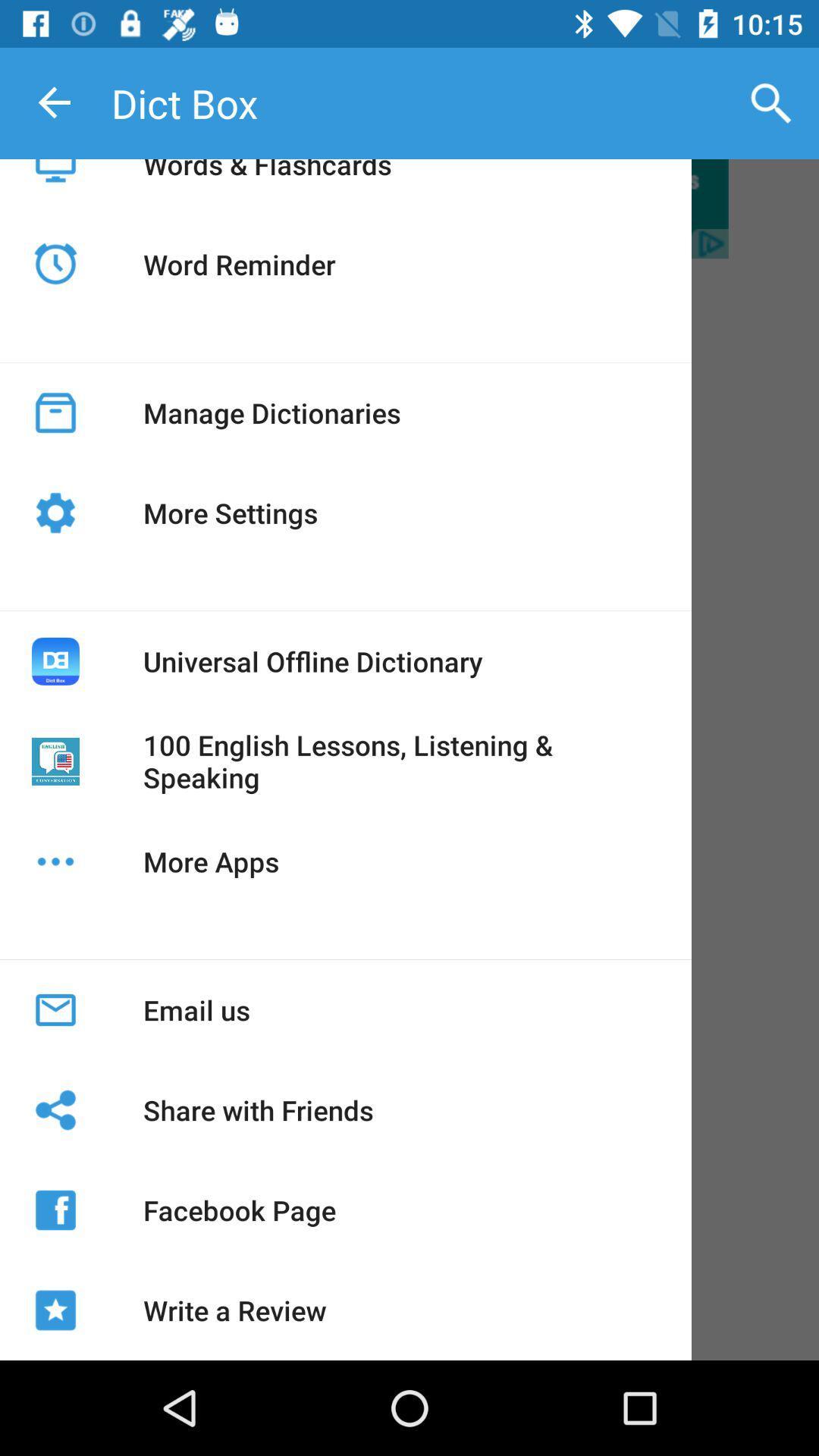 The image size is (819, 1456). What do you see at coordinates (771, 102) in the screenshot?
I see `the icon next to dict box icon` at bounding box center [771, 102].